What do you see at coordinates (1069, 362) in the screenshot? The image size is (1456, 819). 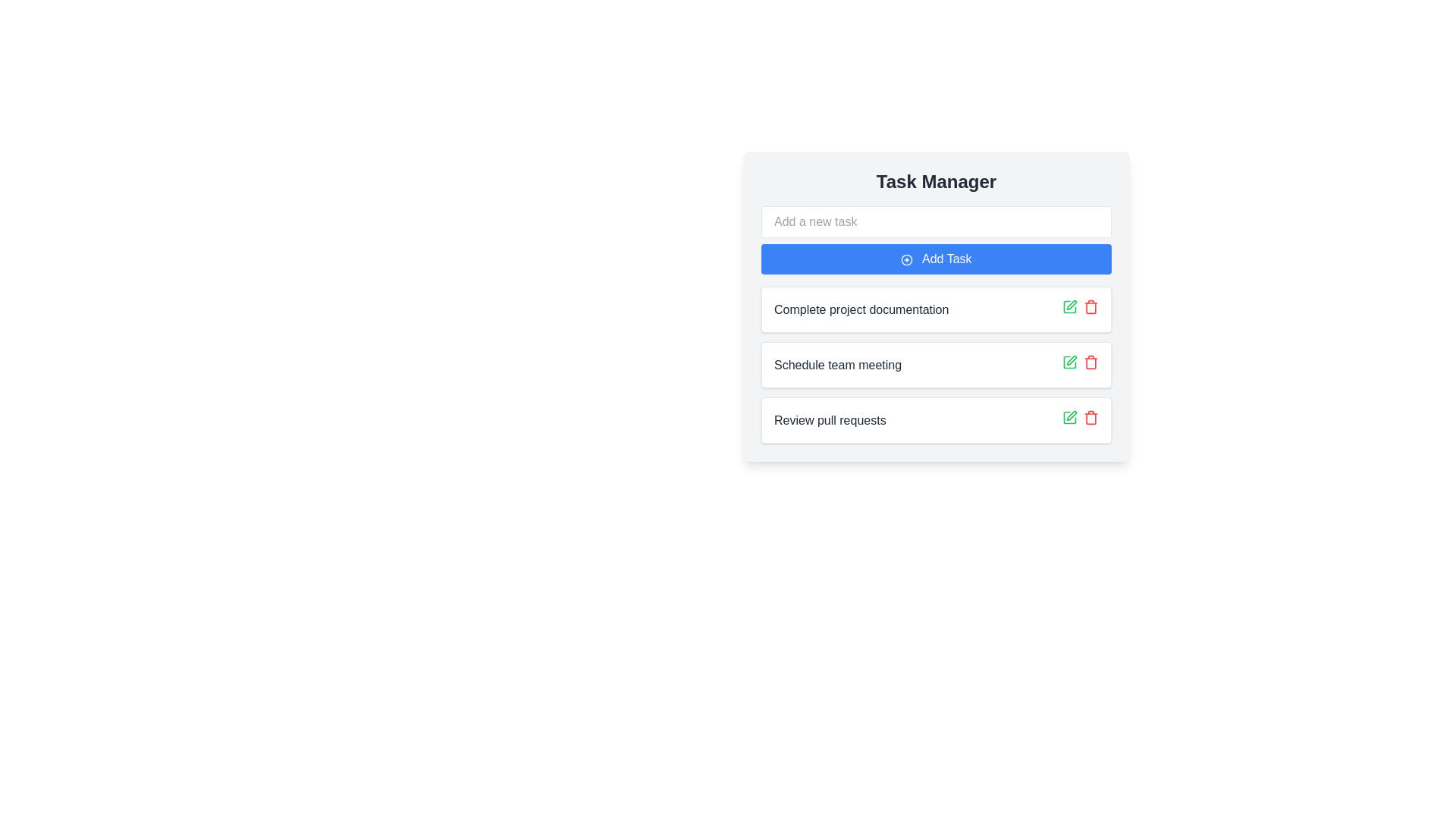 I see `the edit icon button located to the left of the red trash icon in the 'Schedule team meeting' task row for keyboard accessibility` at bounding box center [1069, 362].